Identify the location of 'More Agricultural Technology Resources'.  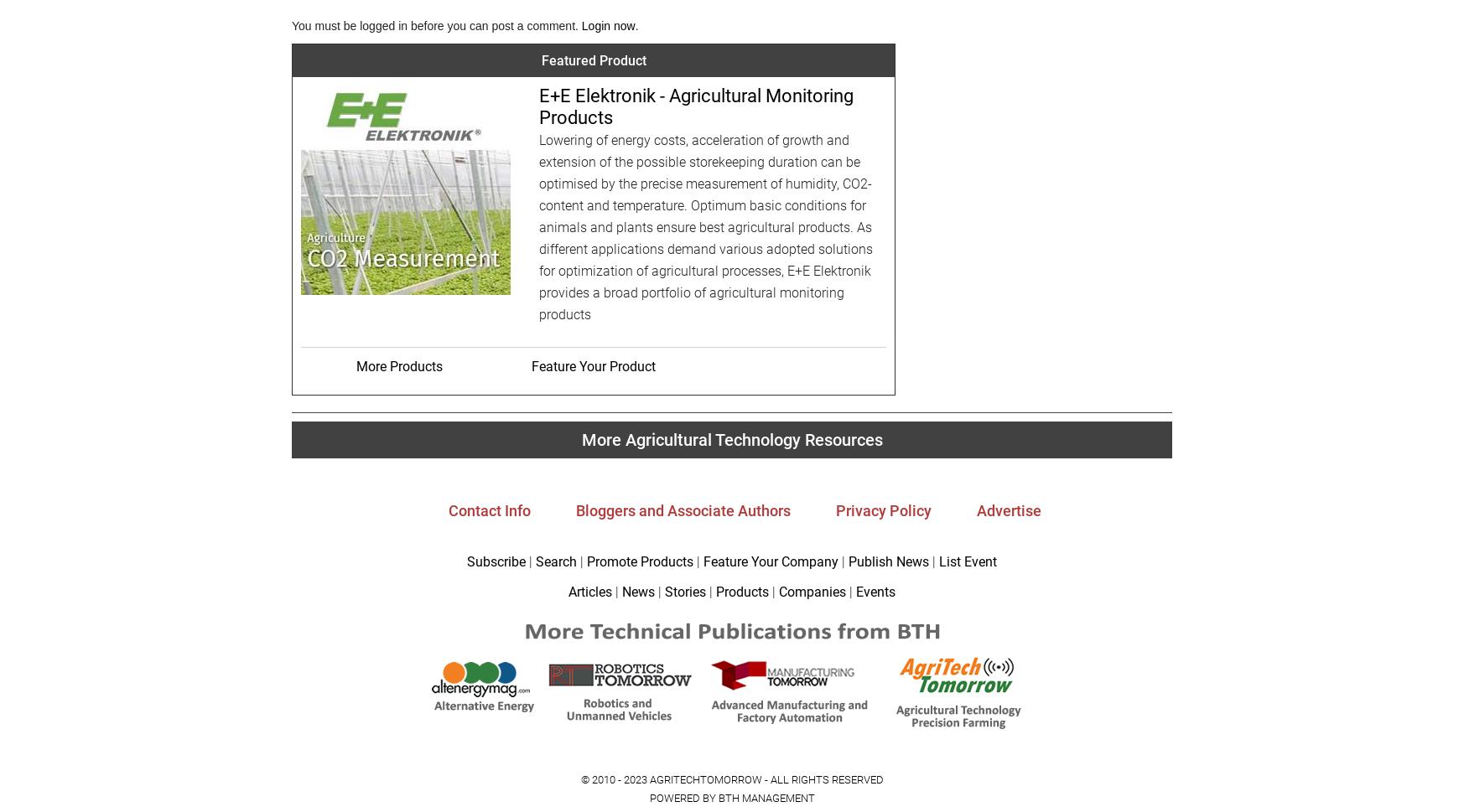
(580, 438).